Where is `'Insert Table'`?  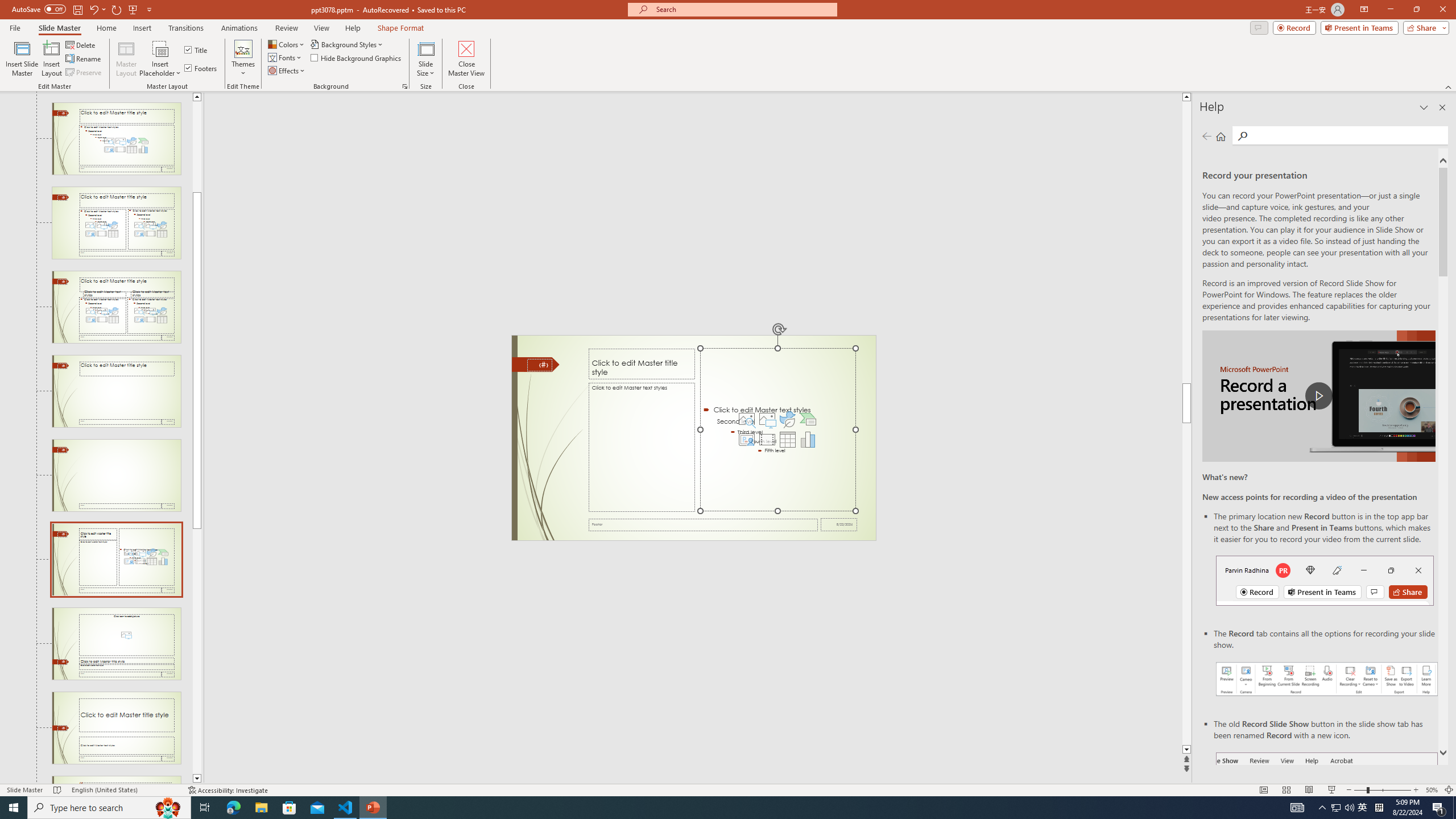
'Insert Table' is located at coordinates (787, 440).